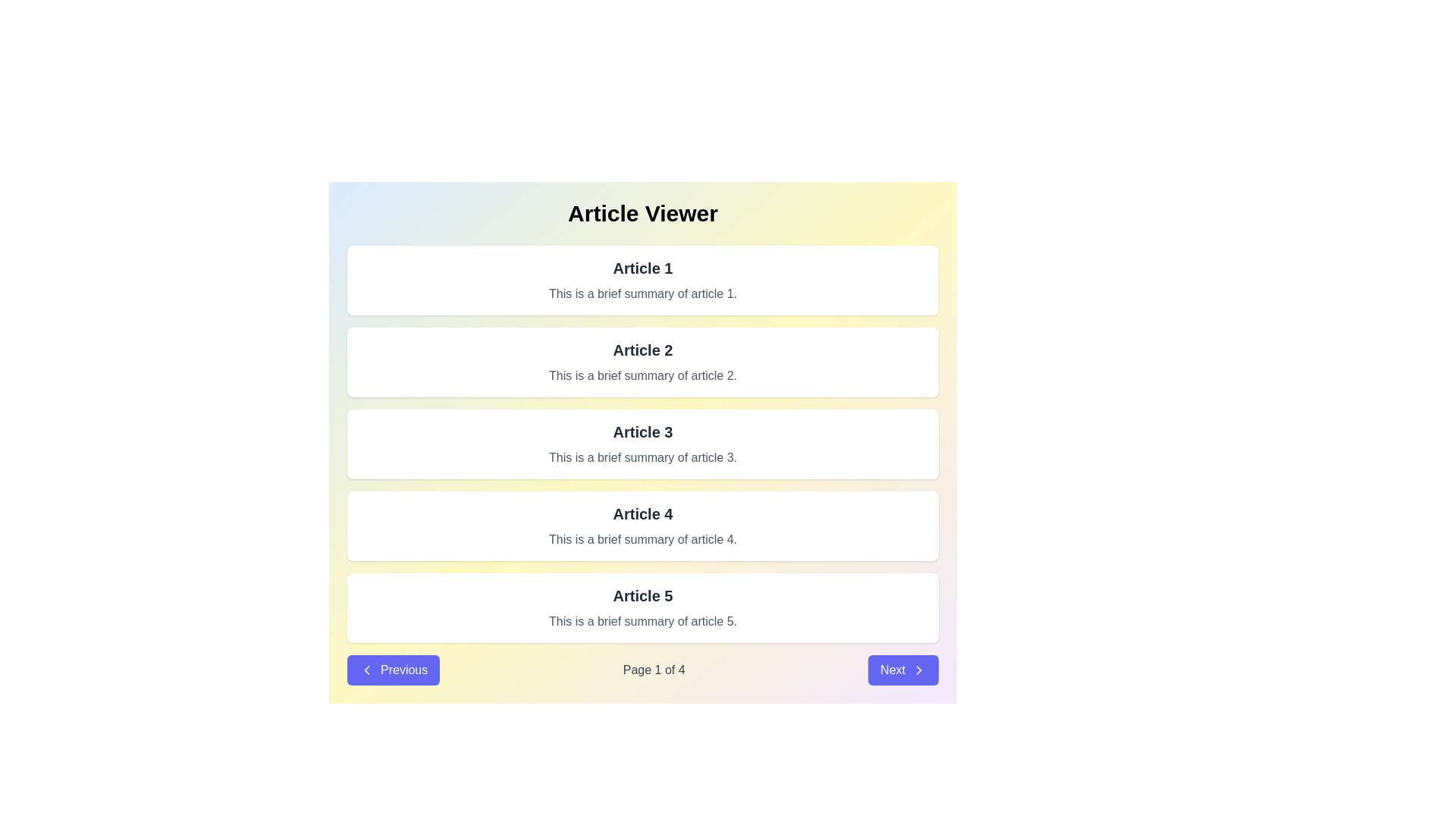  I want to click on the Static text title located at the top of the interface, which serves as a heading for the articles below it, so click(643, 213).